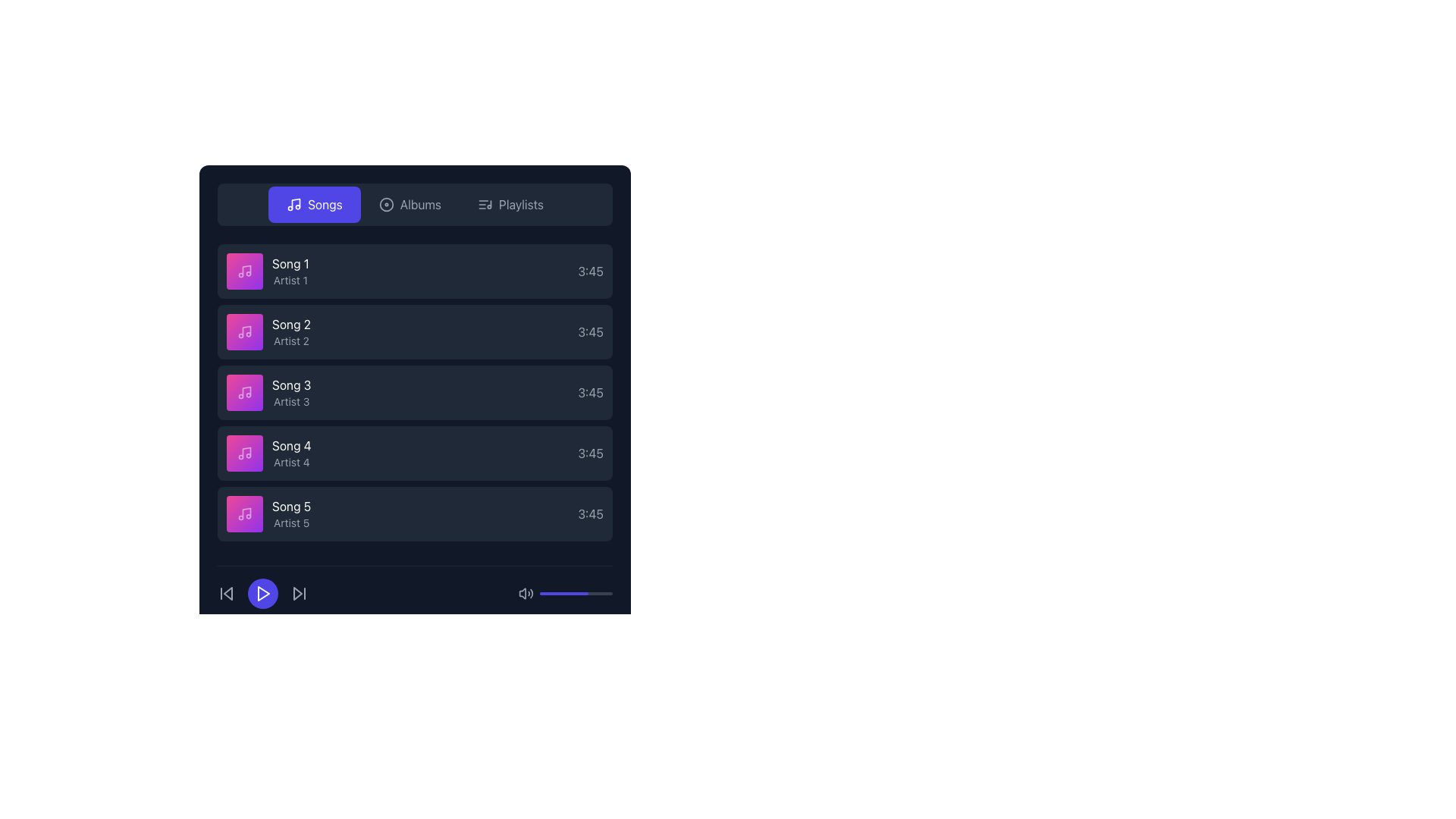  What do you see at coordinates (551, 593) in the screenshot?
I see `the volume slider` at bounding box center [551, 593].